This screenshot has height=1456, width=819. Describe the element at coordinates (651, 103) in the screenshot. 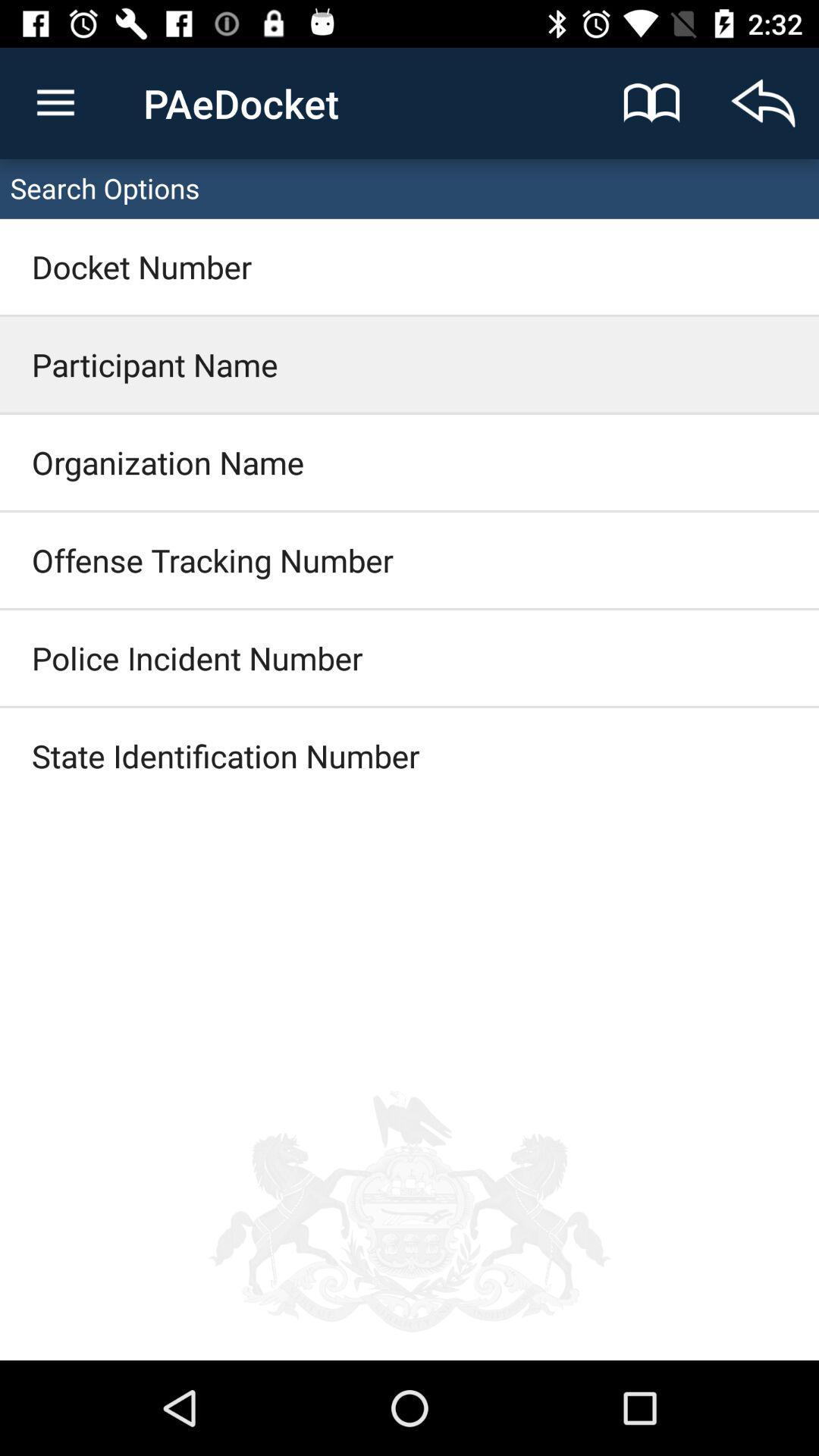

I see `the icon next to the text paedocket` at that location.